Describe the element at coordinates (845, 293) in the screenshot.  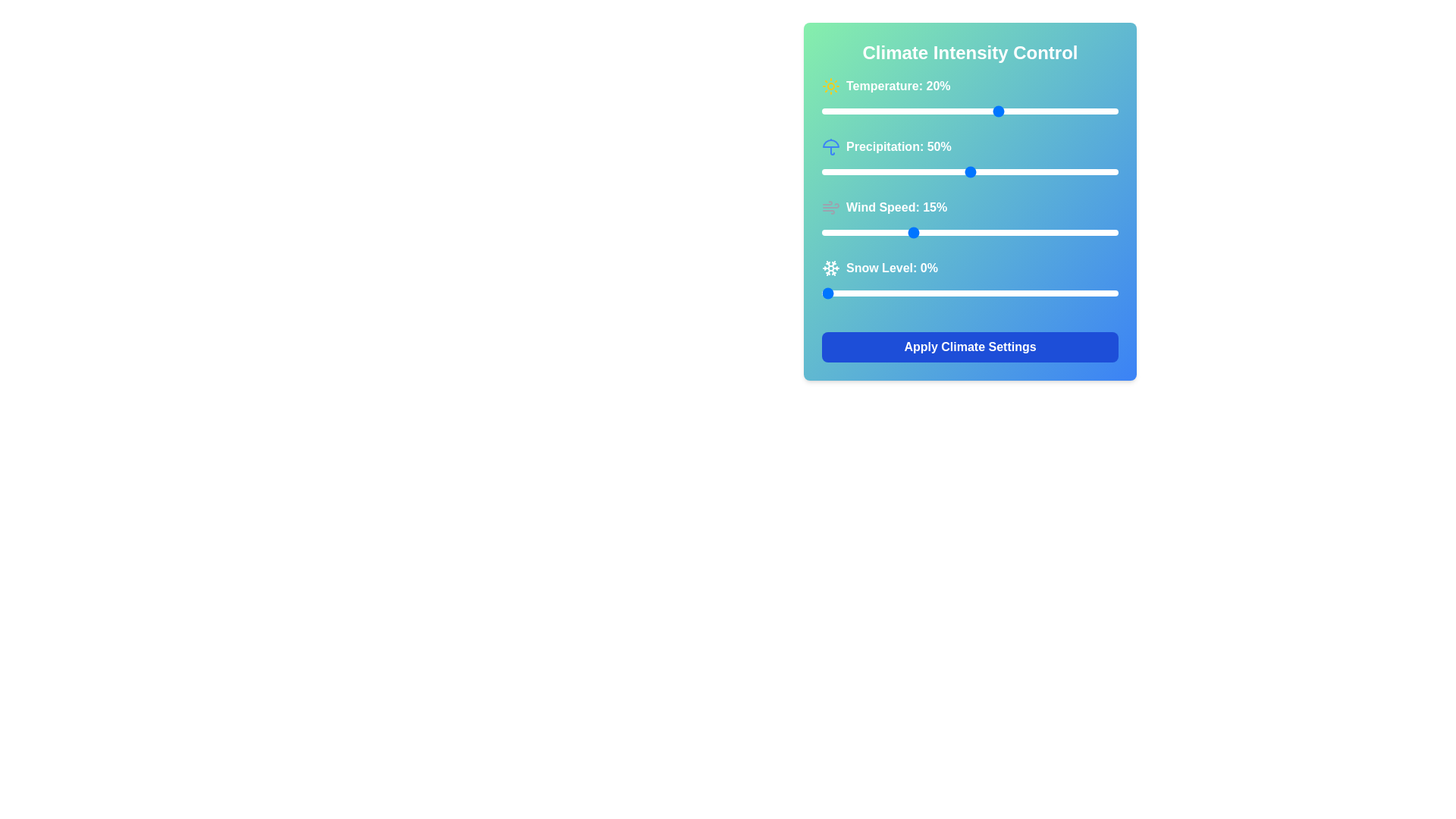
I see `the snow level` at that location.